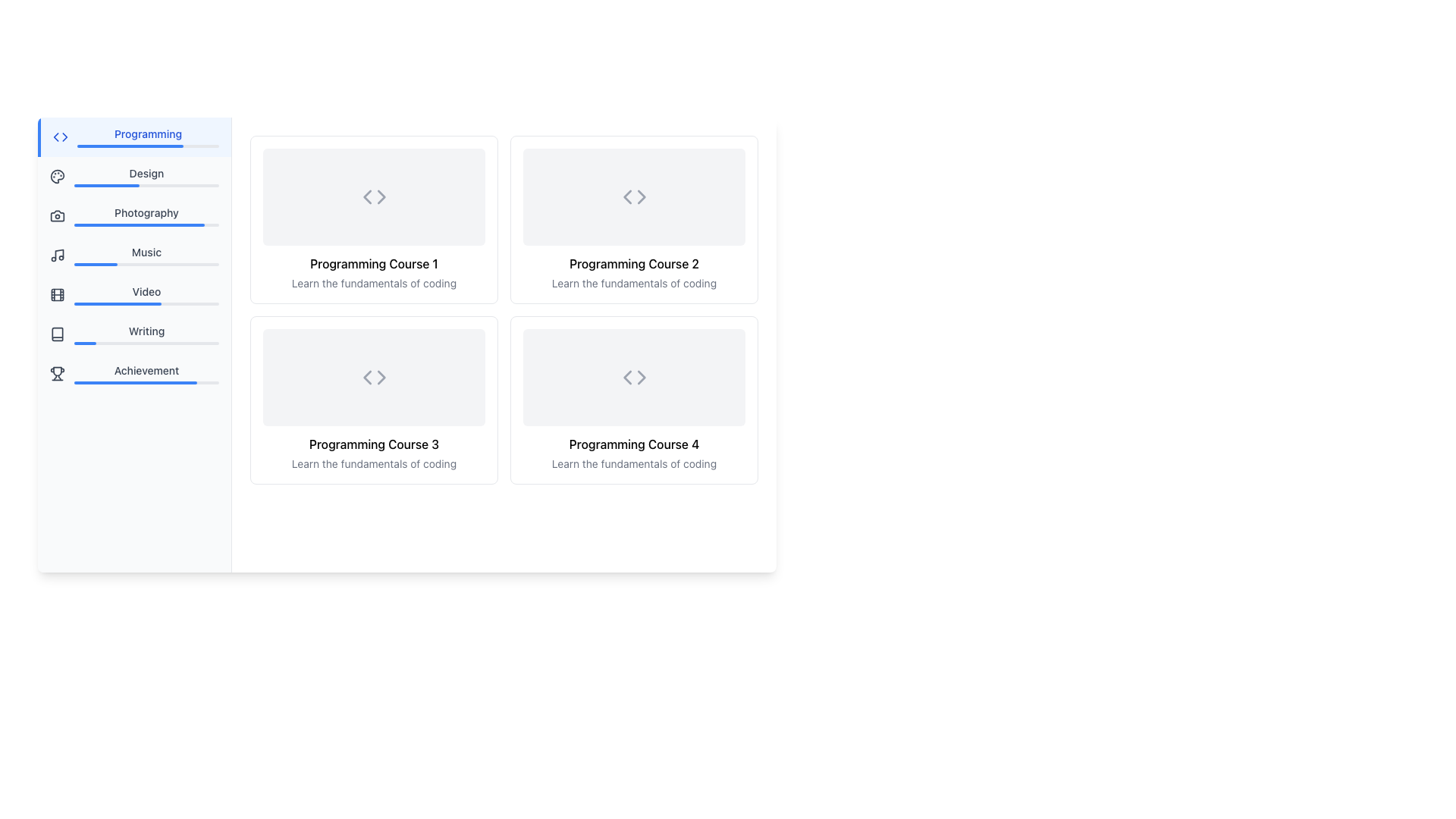  Describe the element at coordinates (58, 333) in the screenshot. I see `the 'Writing' icon on the left side of the interface` at that location.